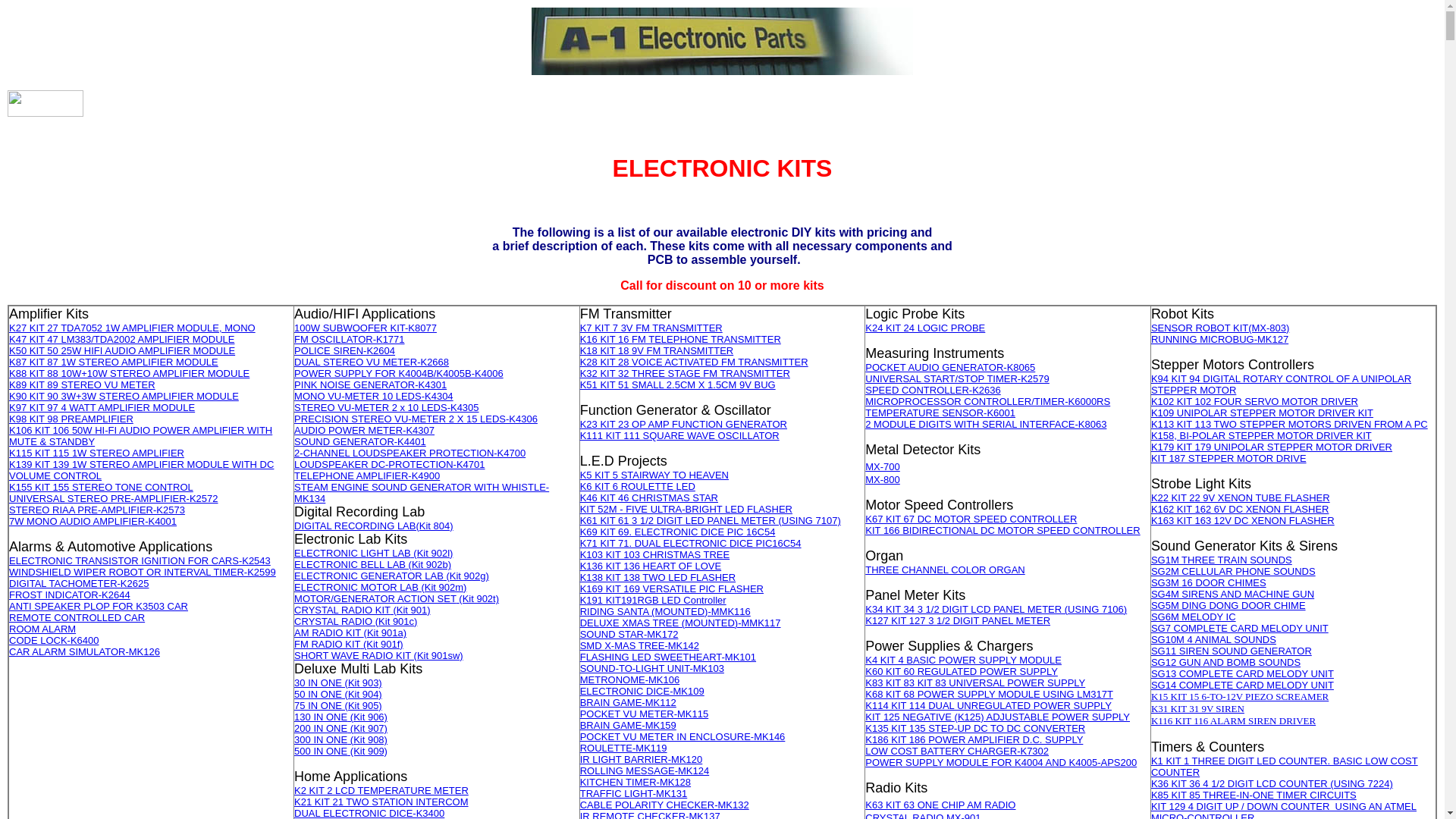  What do you see at coordinates (1150, 327) in the screenshot?
I see `'SENSOR ROBOT KIT(MX-803)'` at bounding box center [1150, 327].